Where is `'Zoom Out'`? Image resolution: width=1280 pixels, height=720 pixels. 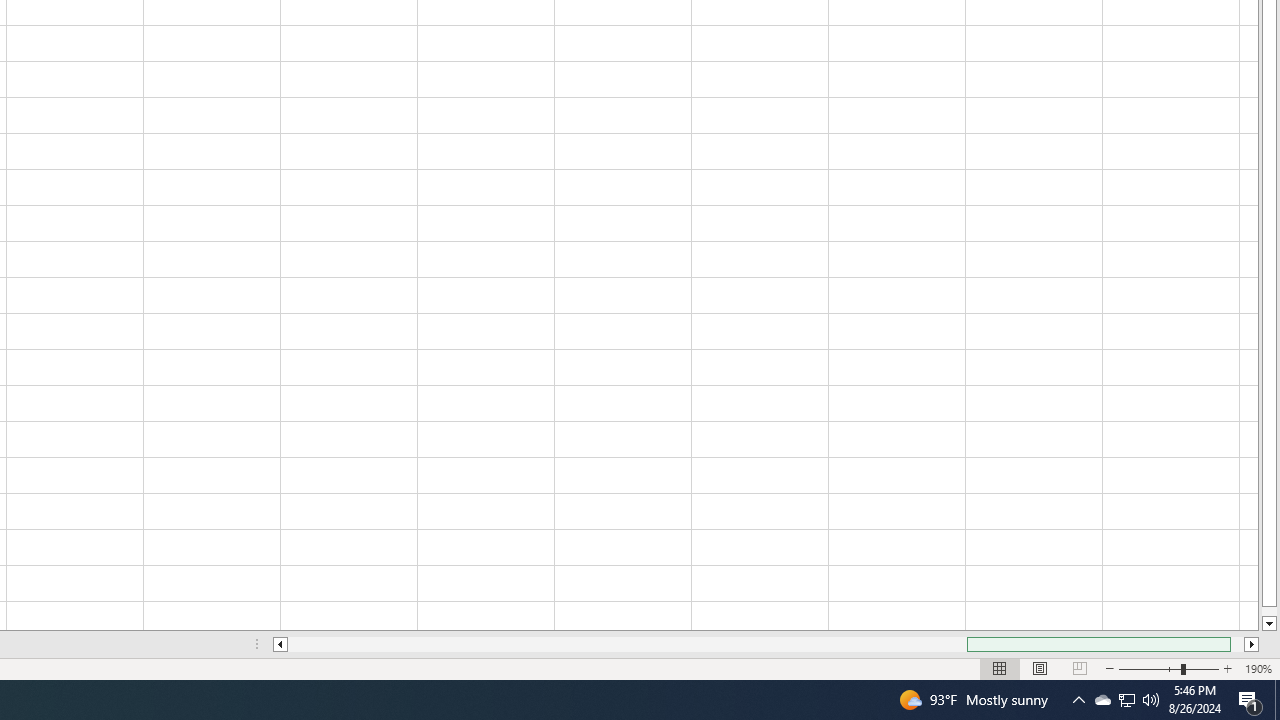 'Zoom Out' is located at coordinates (1150, 669).